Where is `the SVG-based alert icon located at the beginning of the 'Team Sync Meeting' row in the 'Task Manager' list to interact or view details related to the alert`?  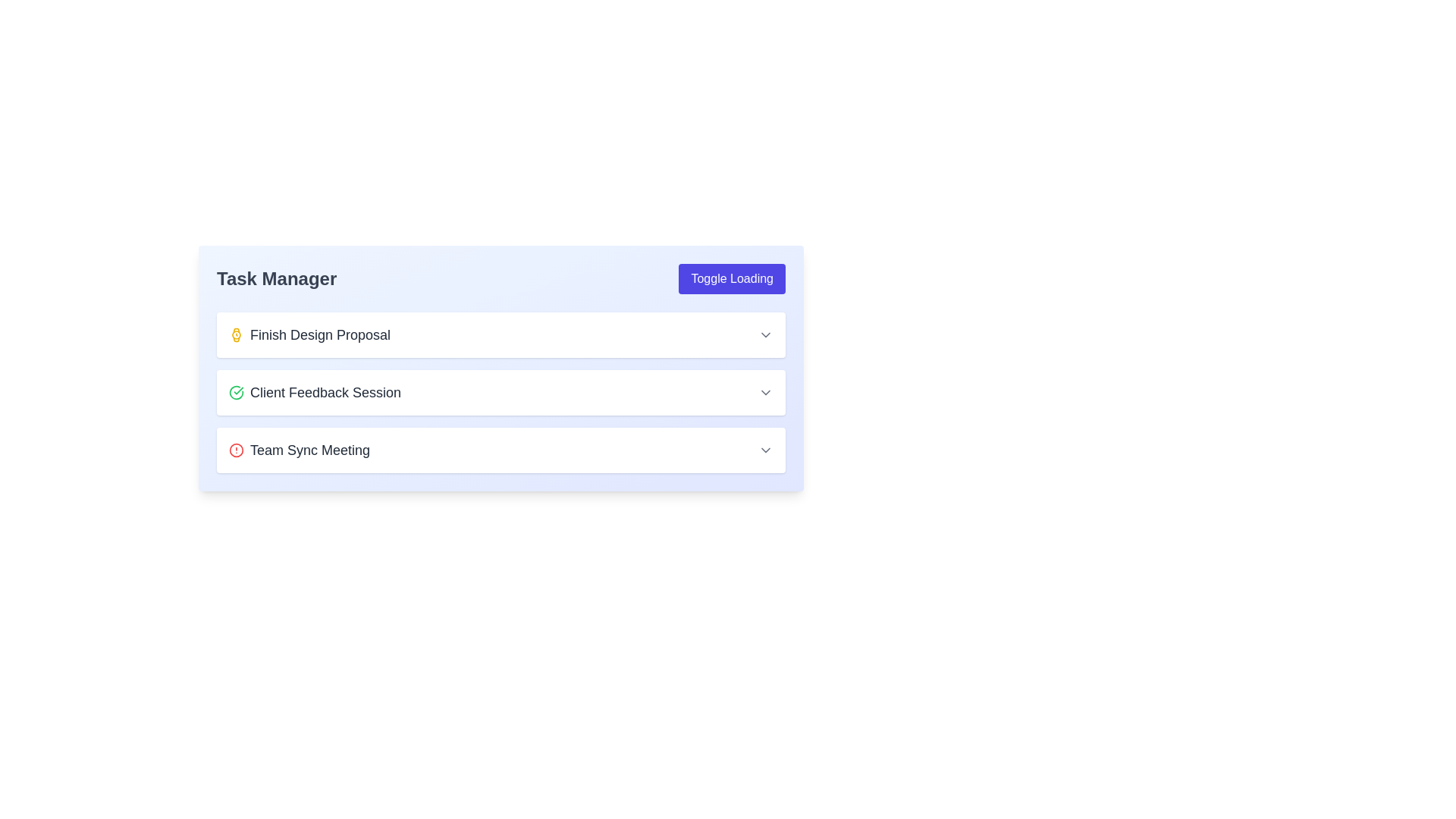
the SVG-based alert icon located at the beginning of the 'Team Sync Meeting' row in the 'Task Manager' list to interact or view details related to the alert is located at coordinates (236, 450).